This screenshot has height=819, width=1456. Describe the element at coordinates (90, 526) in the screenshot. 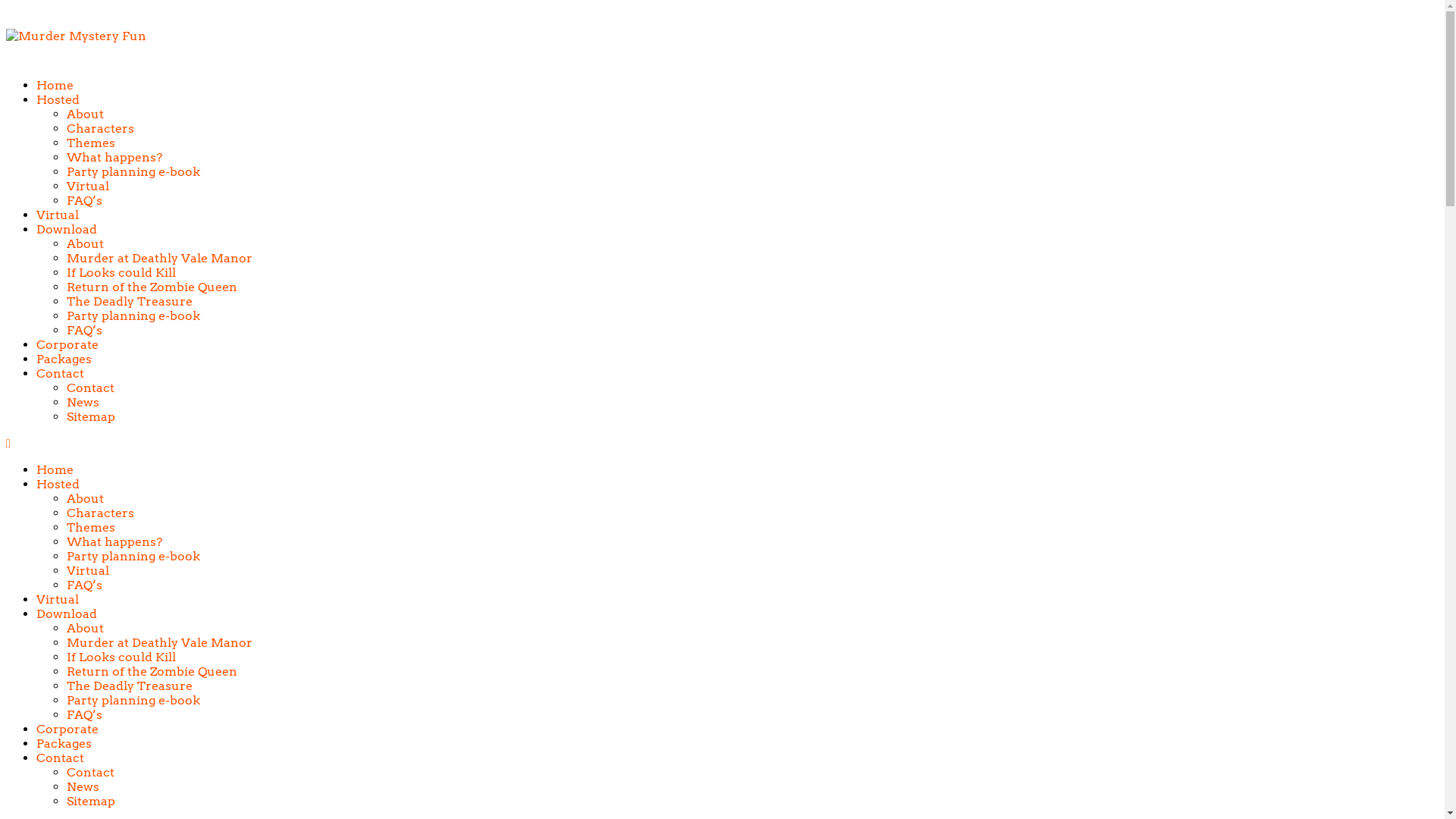

I see `'Themes'` at that location.